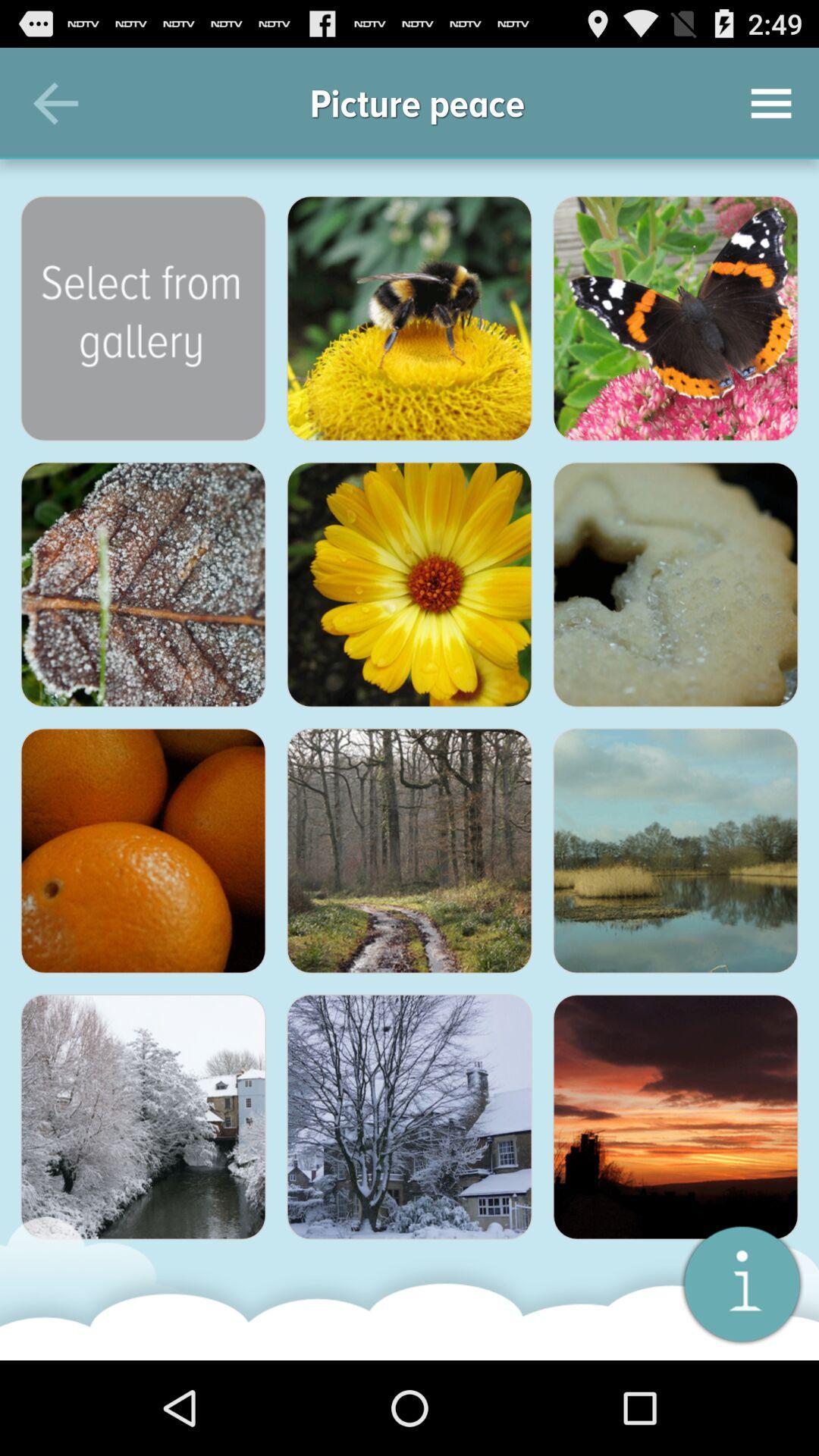 The image size is (819, 1456). What do you see at coordinates (675, 1117) in the screenshot?
I see `picture of sunset` at bounding box center [675, 1117].